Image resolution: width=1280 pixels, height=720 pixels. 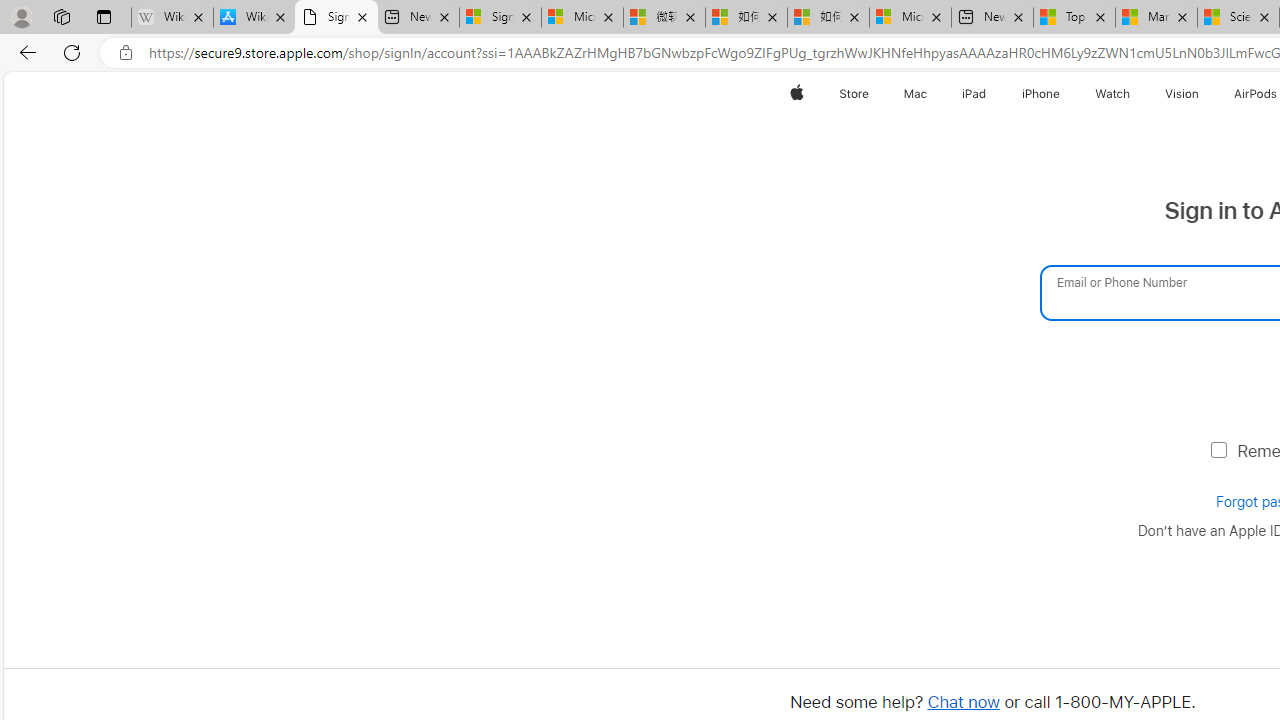 I want to click on 'iPhone', so click(x=1040, y=93).